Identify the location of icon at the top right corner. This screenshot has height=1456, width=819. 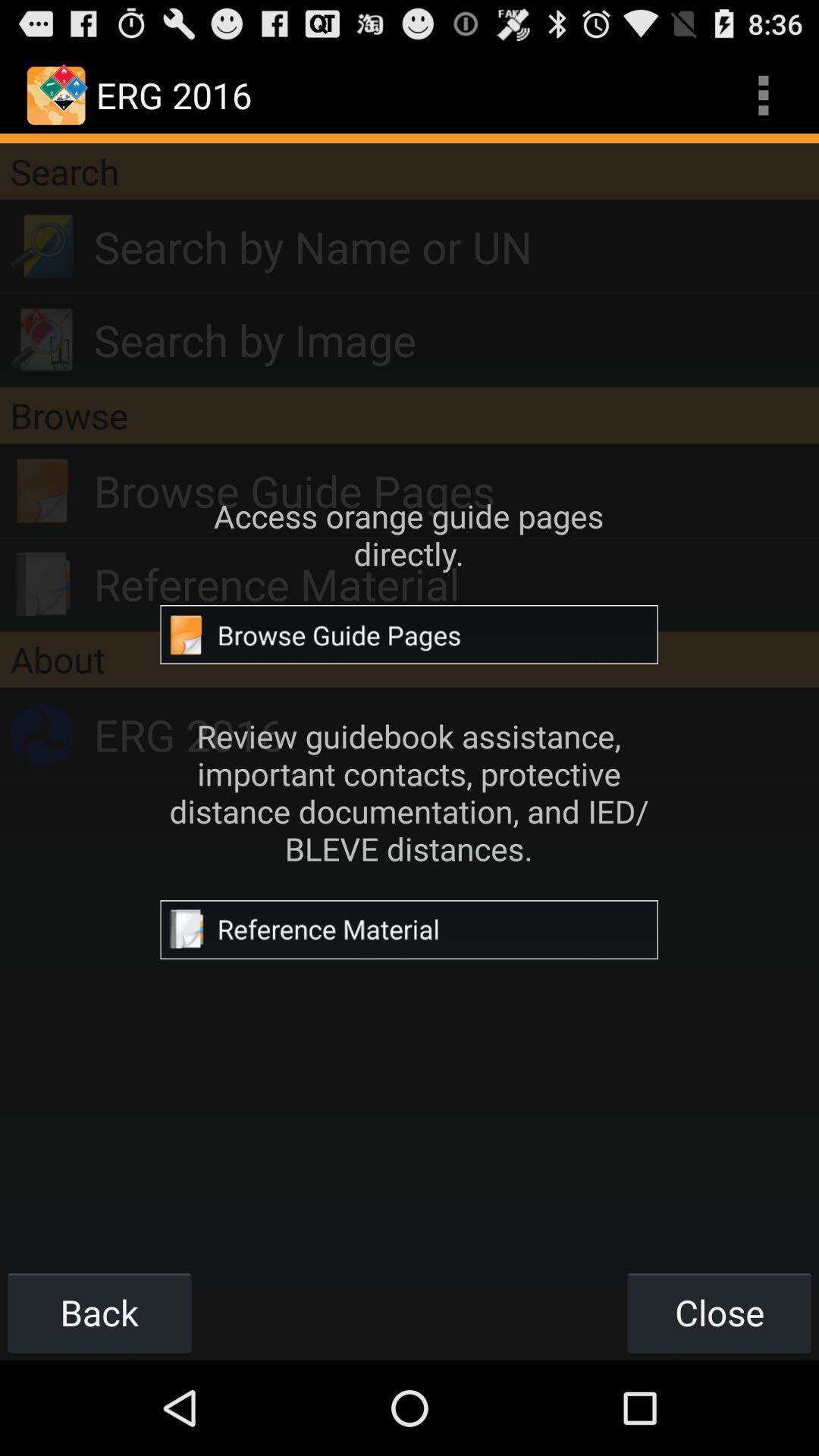
(763, 94).